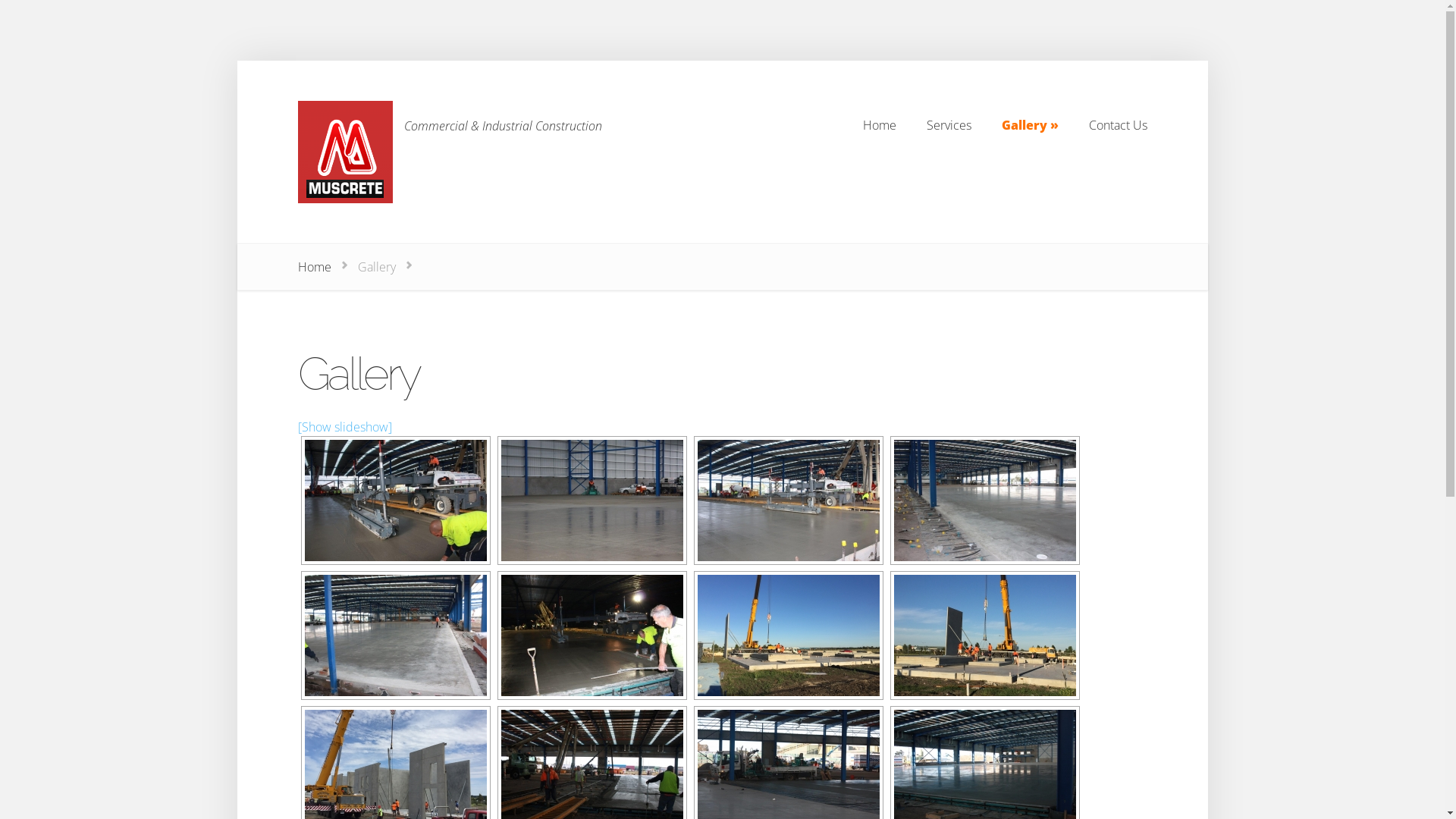 Image resolution: width=1456 pixels, height=819 pixels. What do you see at coordinates (591, 500) in the screenshot?
I see `'Muscrete Jobs 043'` at bounding box center [591, 500].